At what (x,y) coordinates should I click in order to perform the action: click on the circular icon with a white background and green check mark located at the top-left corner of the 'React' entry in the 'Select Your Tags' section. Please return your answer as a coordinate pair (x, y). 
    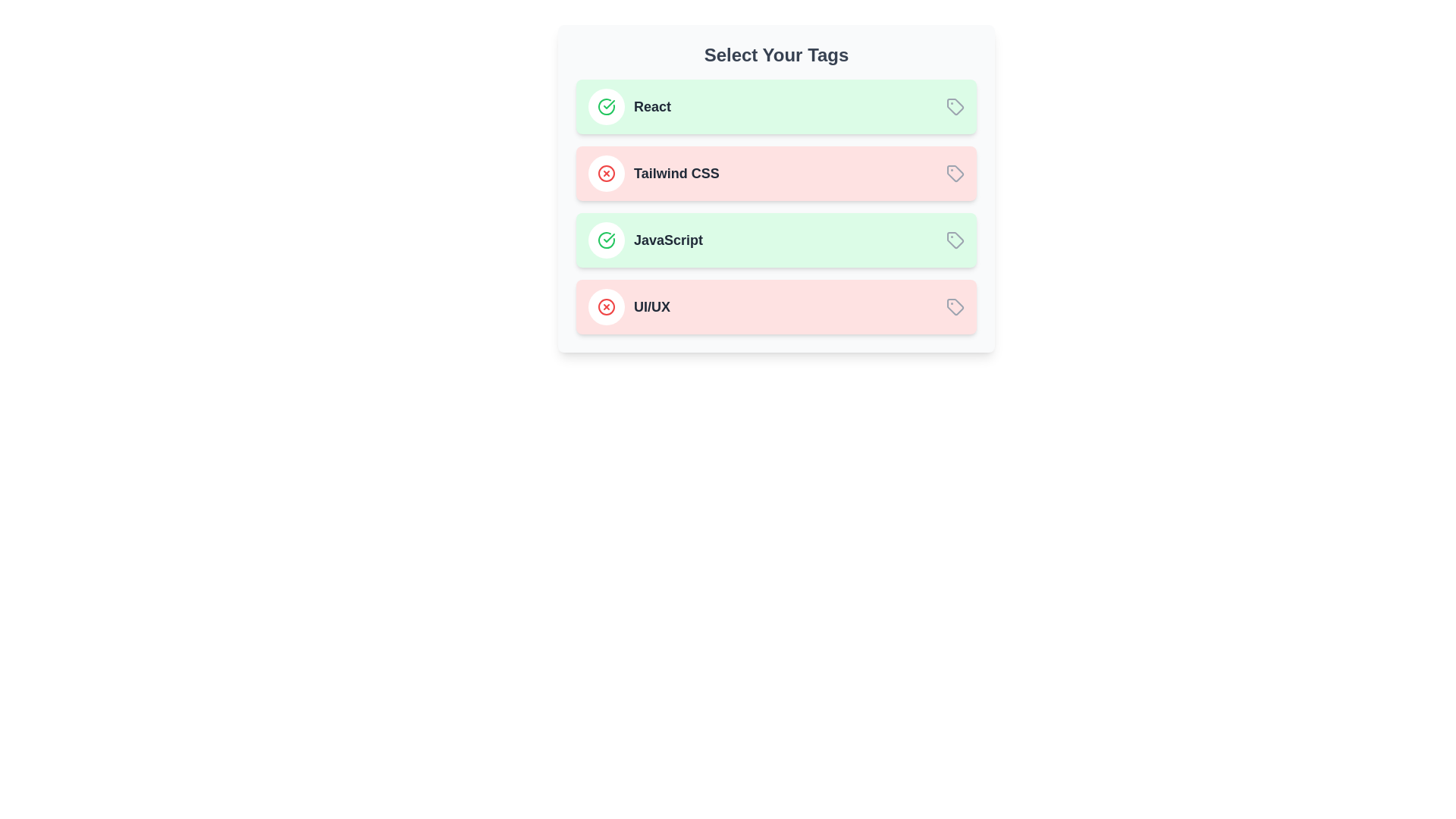
    Looking at the image, I should click on (607, 106).